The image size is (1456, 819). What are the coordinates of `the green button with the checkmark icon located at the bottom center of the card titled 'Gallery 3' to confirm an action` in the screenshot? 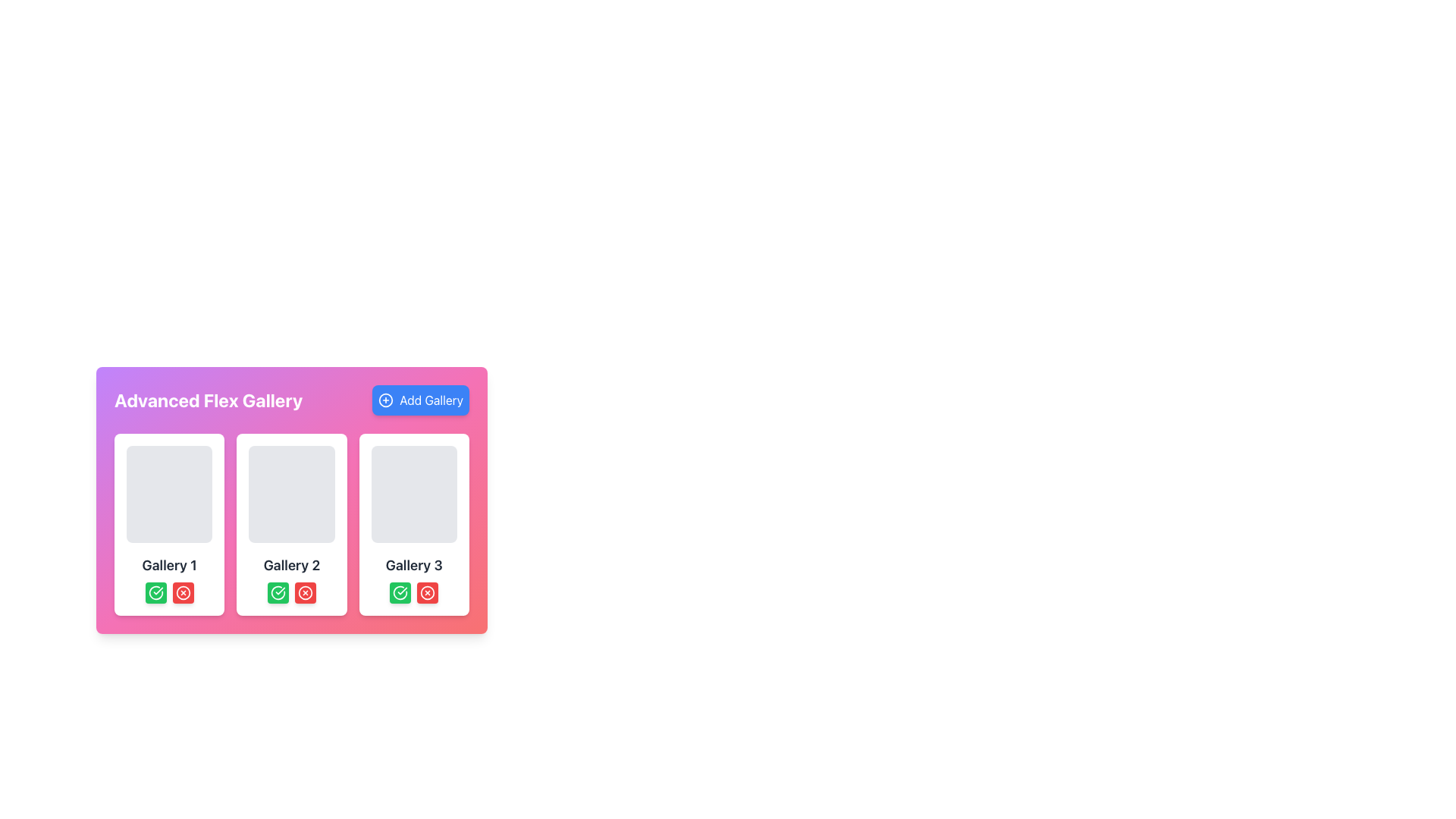 It's located at (414, 592).